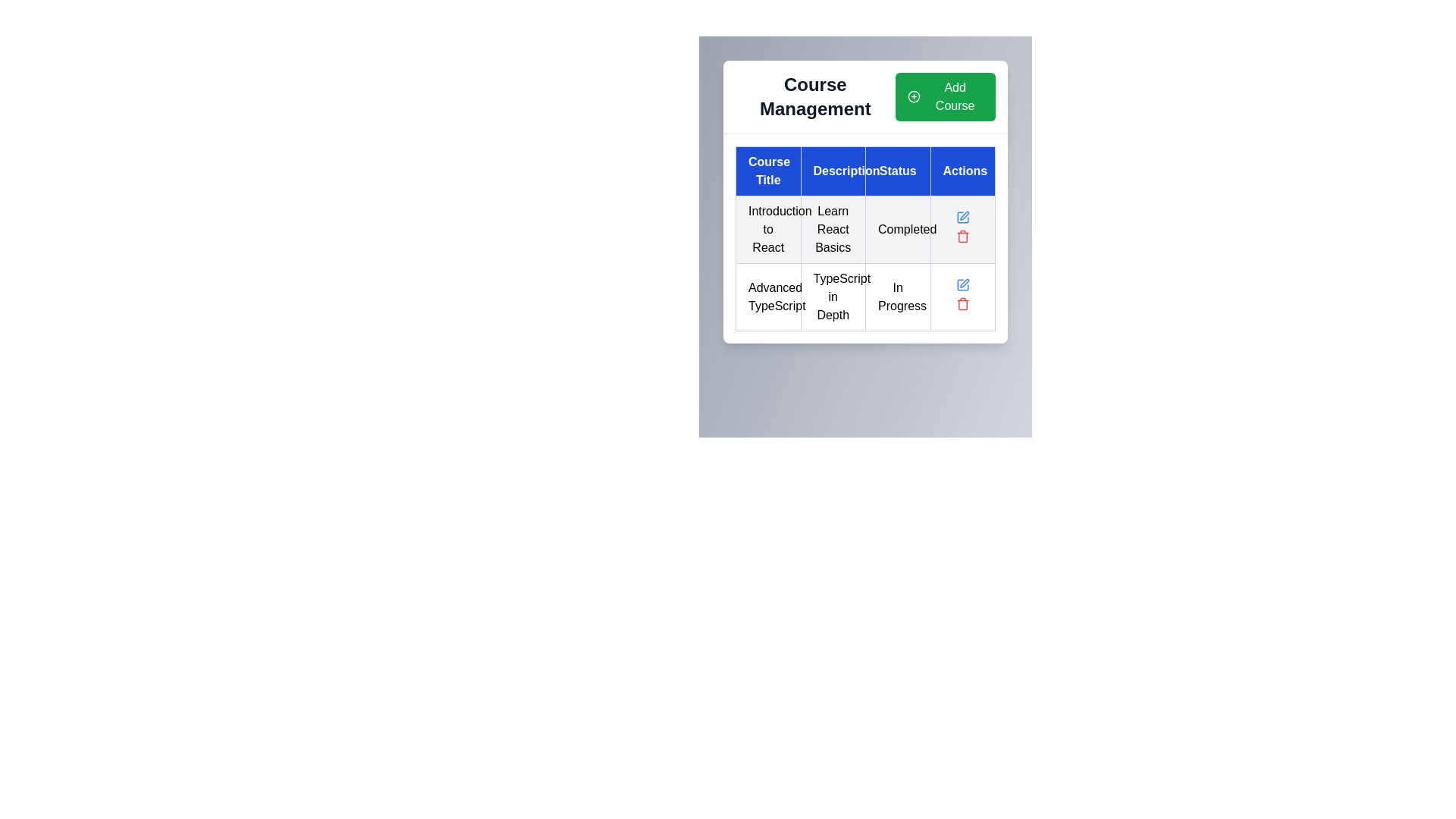 The width and height of the screenshot is (1456, 819). Describe the element at coordinates (832, 230) in the screenshot. I see `the text displayed in the text block that shows 'Learn React Basics.'` at that location.